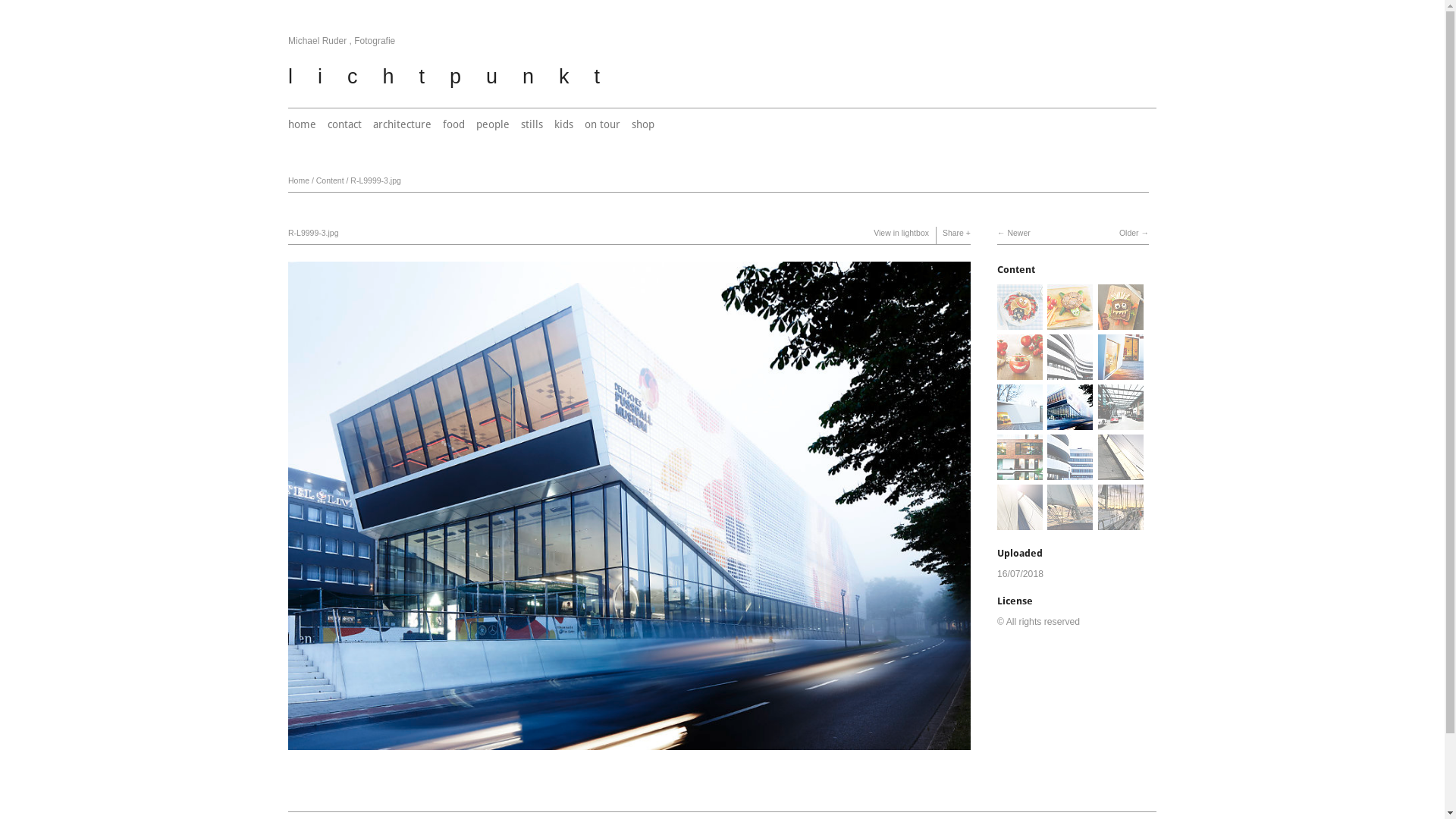 This screenshot has width=1456, height=819. What do you see at coordinates (1134, 233) in the screenshot?
I see `'Older'` at bounding box center [1134, 233].